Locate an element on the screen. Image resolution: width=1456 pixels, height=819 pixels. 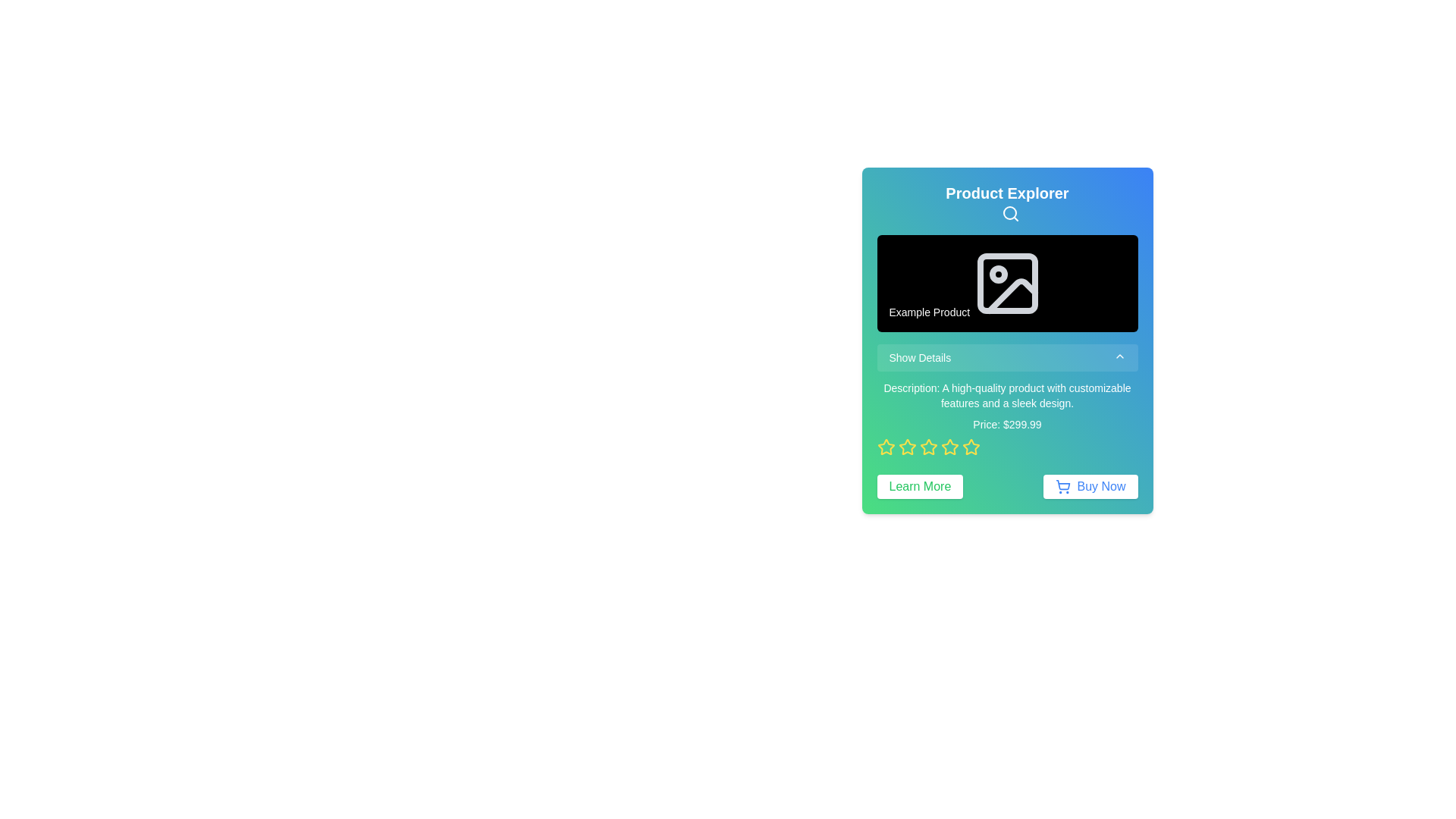
the first rating star icon, which is a star-shaped icon with a yellow outline on a green background is located at coordinates (886, 446).